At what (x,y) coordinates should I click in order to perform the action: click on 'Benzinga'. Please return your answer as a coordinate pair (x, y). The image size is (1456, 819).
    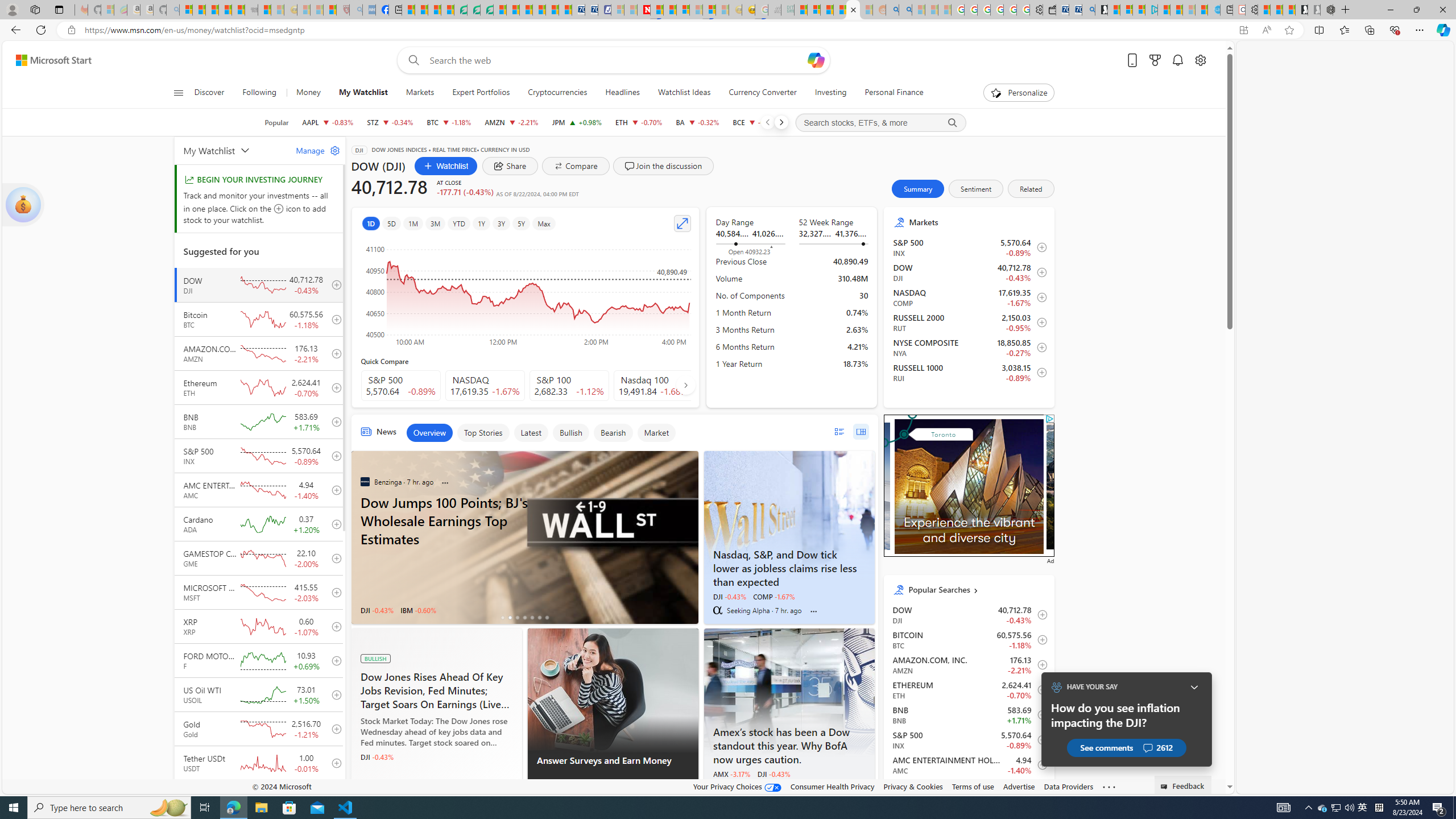
    Looking at the image, I should click on (364, 481).